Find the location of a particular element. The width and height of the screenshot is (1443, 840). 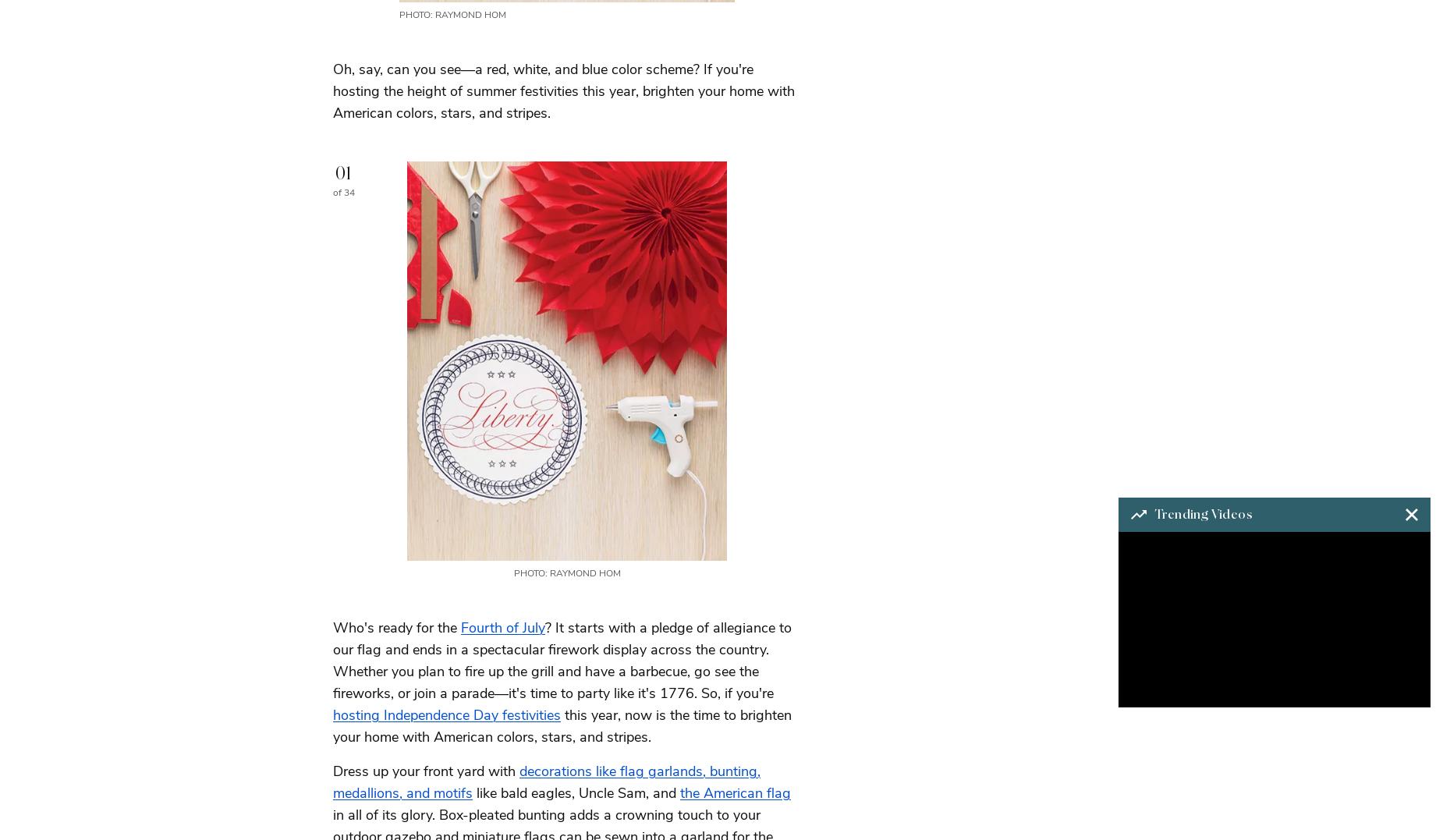

'Raymond Hom' is located at coordinates (584, 572).